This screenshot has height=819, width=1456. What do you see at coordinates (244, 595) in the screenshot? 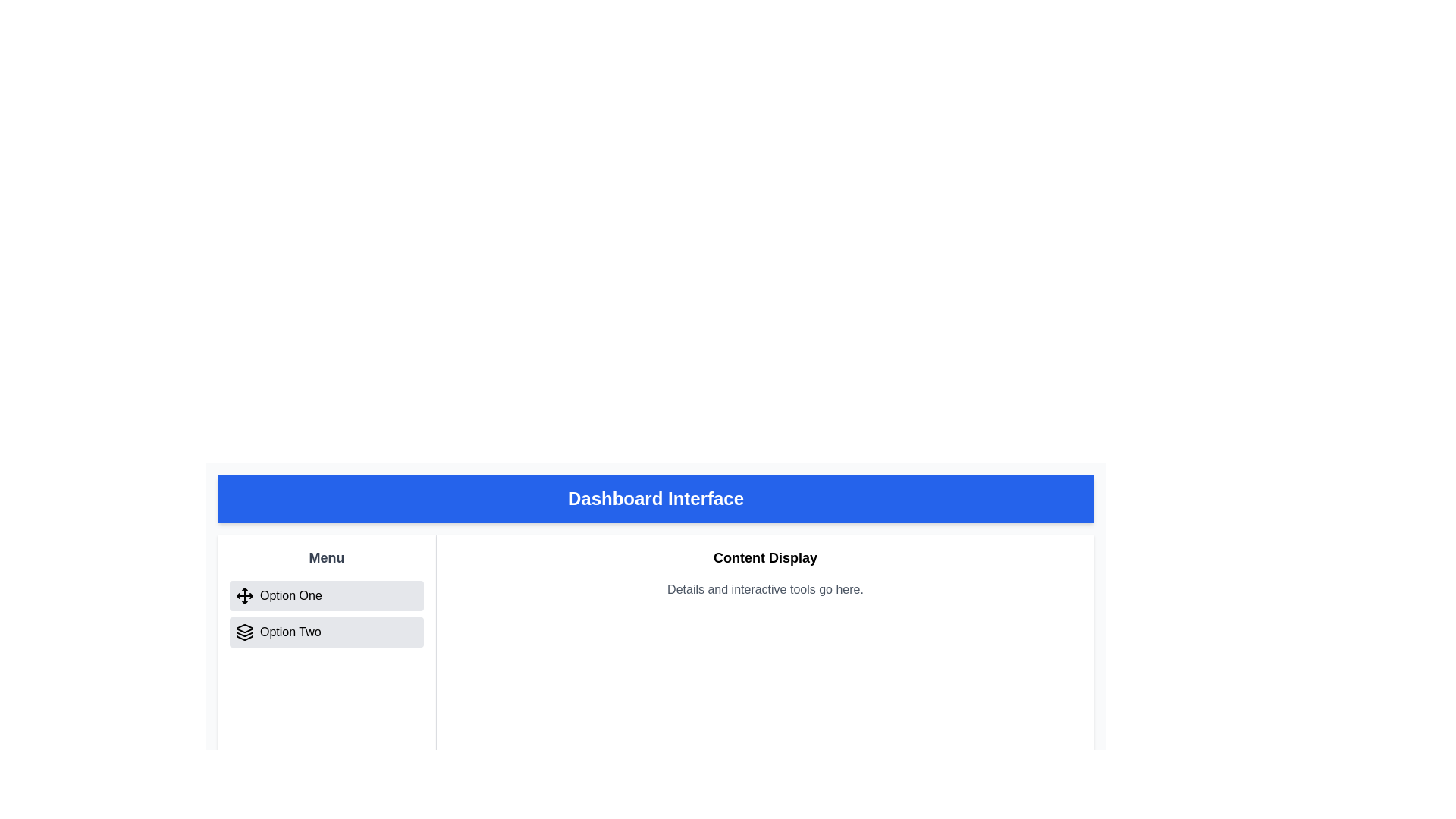
I see `the decorative icon associated with 'Option One' in the left navigation panel` at bounding box center [244, 595].